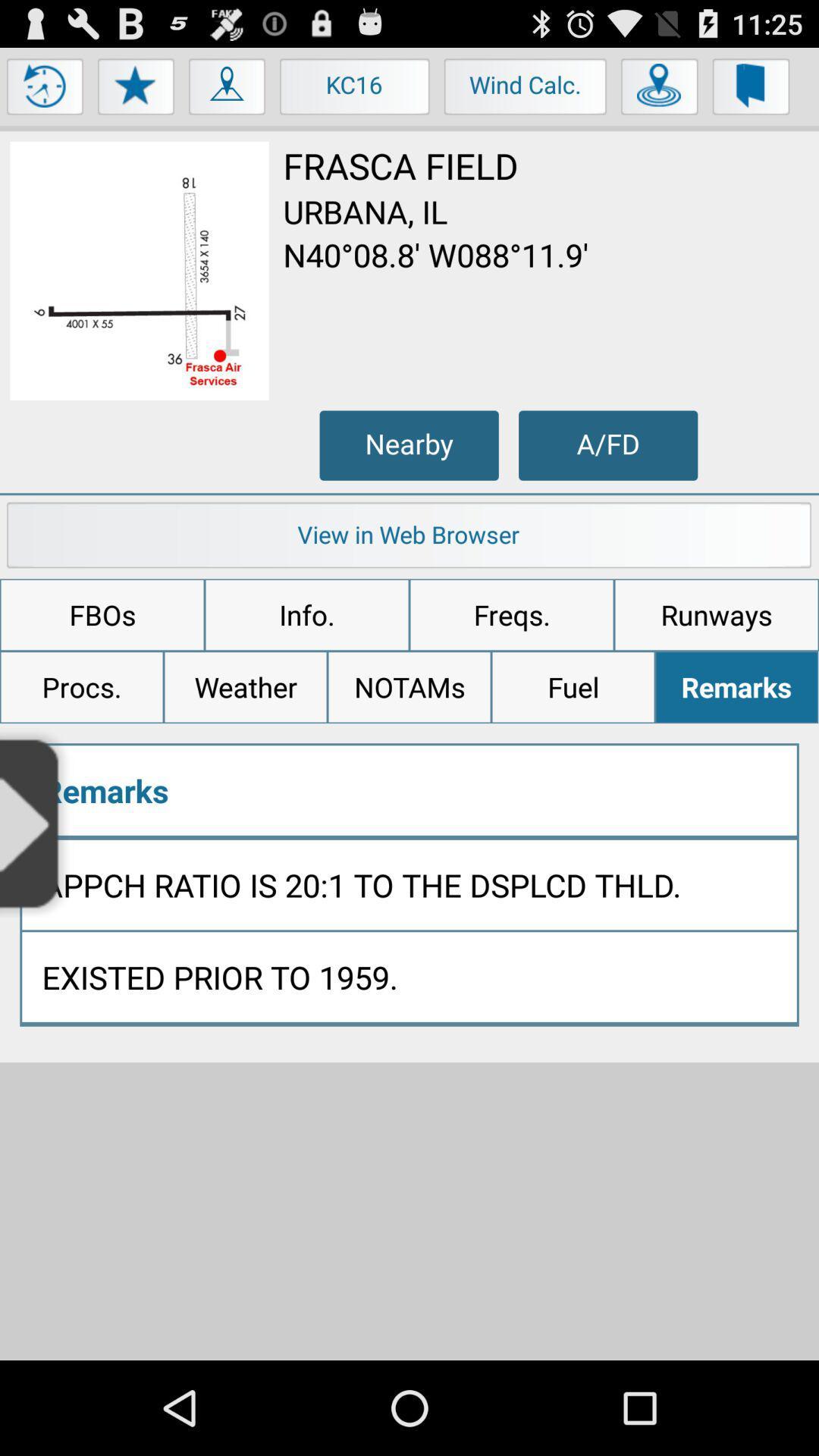  Describe the element at coordinates (659, 89) in the screenshot. I see `find location` at that location.